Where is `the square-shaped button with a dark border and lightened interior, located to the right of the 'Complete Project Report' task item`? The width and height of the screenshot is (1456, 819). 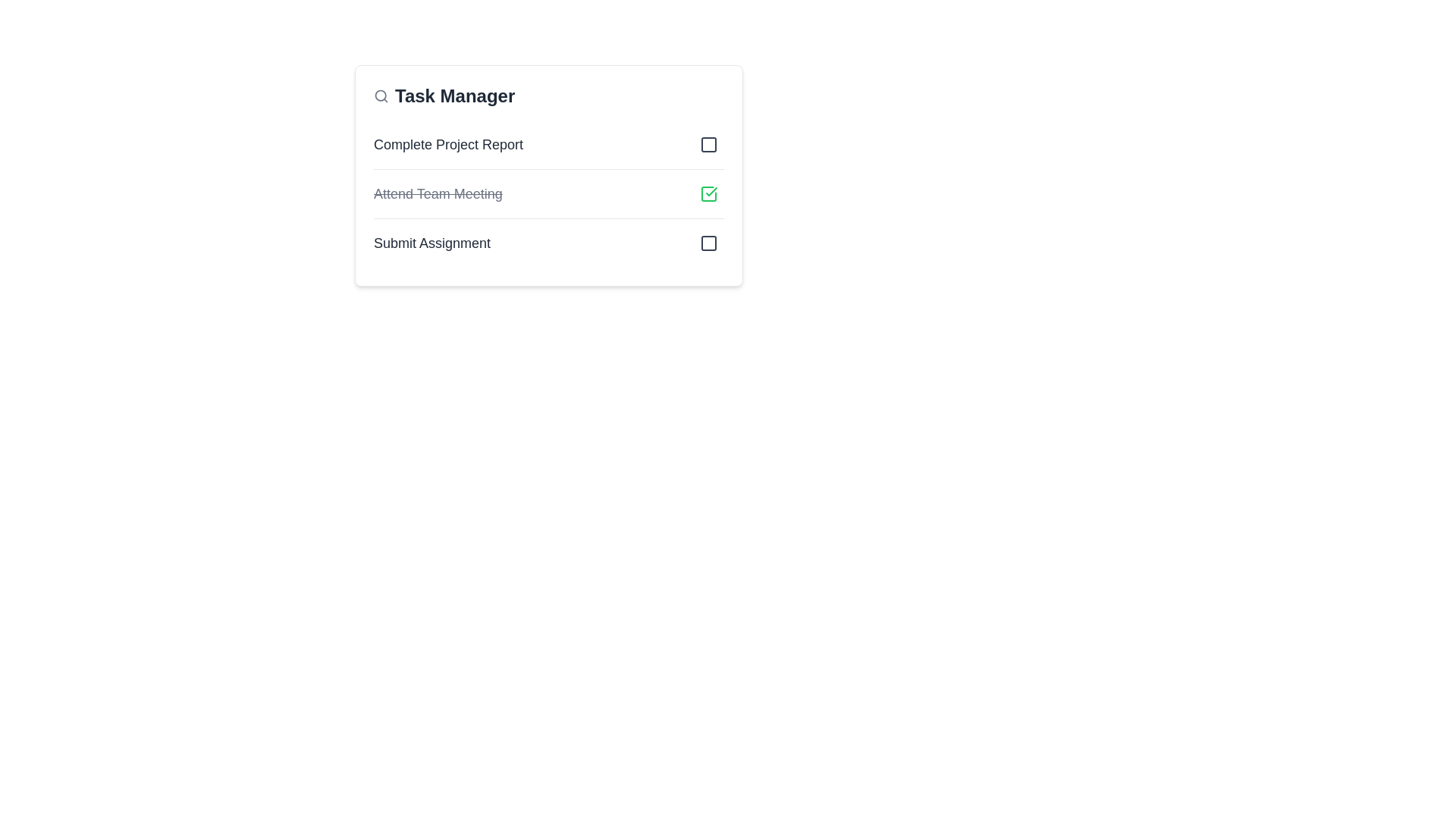
the square-shaped button with a dark border and lightened interior, located to the right of the 'Complete Project Report' task item is located at coordinates (708, 145).